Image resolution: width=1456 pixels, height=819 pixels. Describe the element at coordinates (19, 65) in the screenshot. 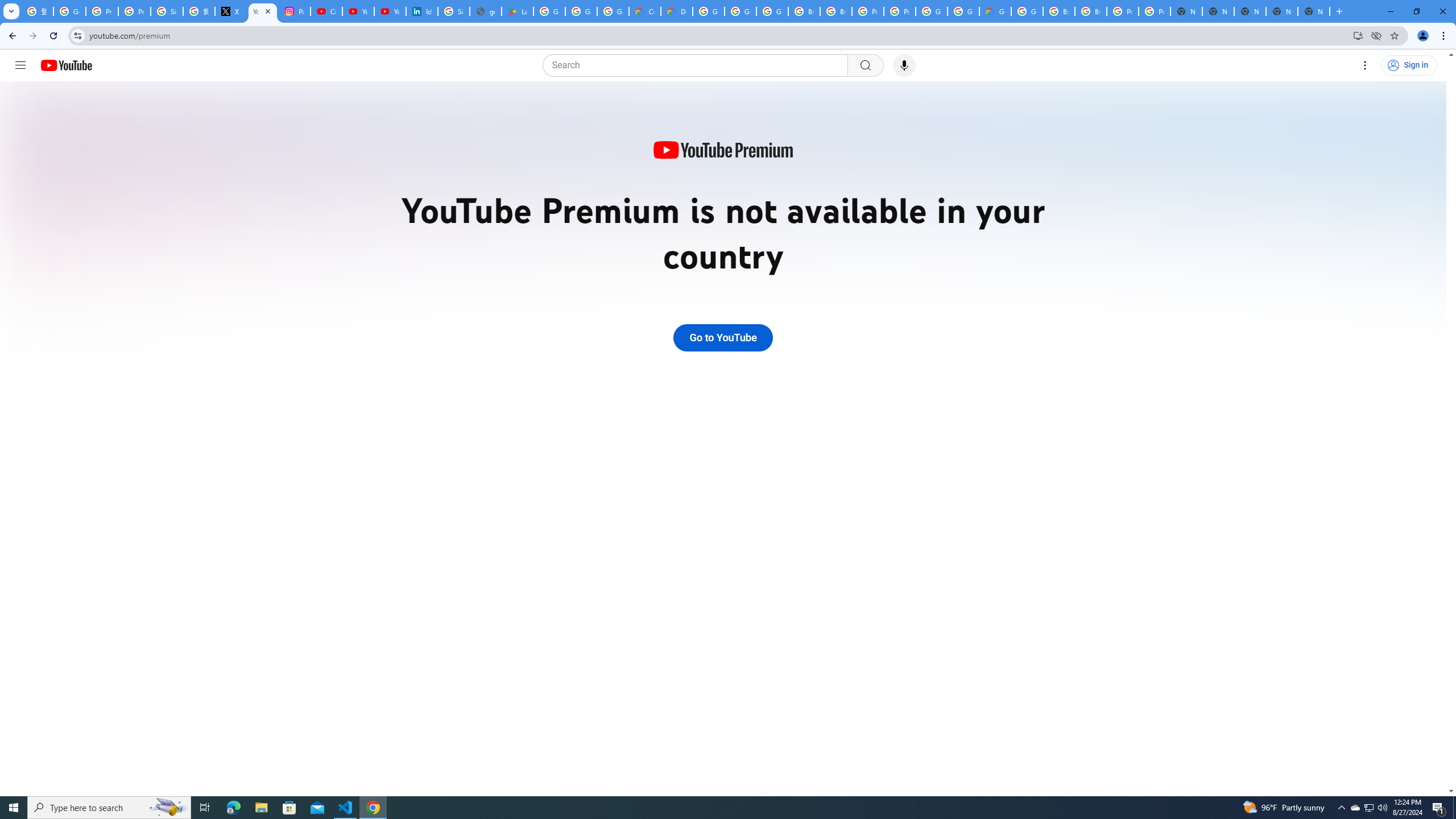

I see `'Guide'` at that location.